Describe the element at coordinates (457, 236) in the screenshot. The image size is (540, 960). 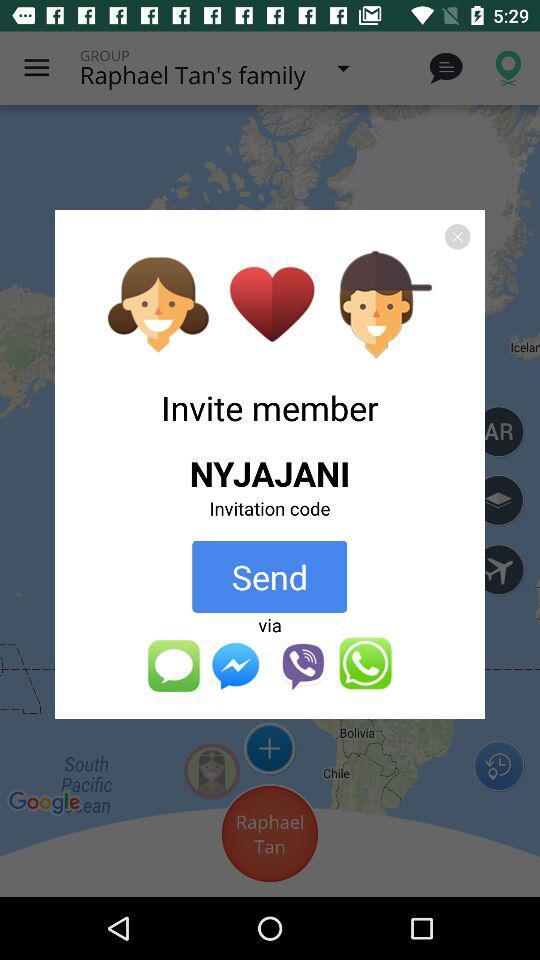
I see `option` at that location.